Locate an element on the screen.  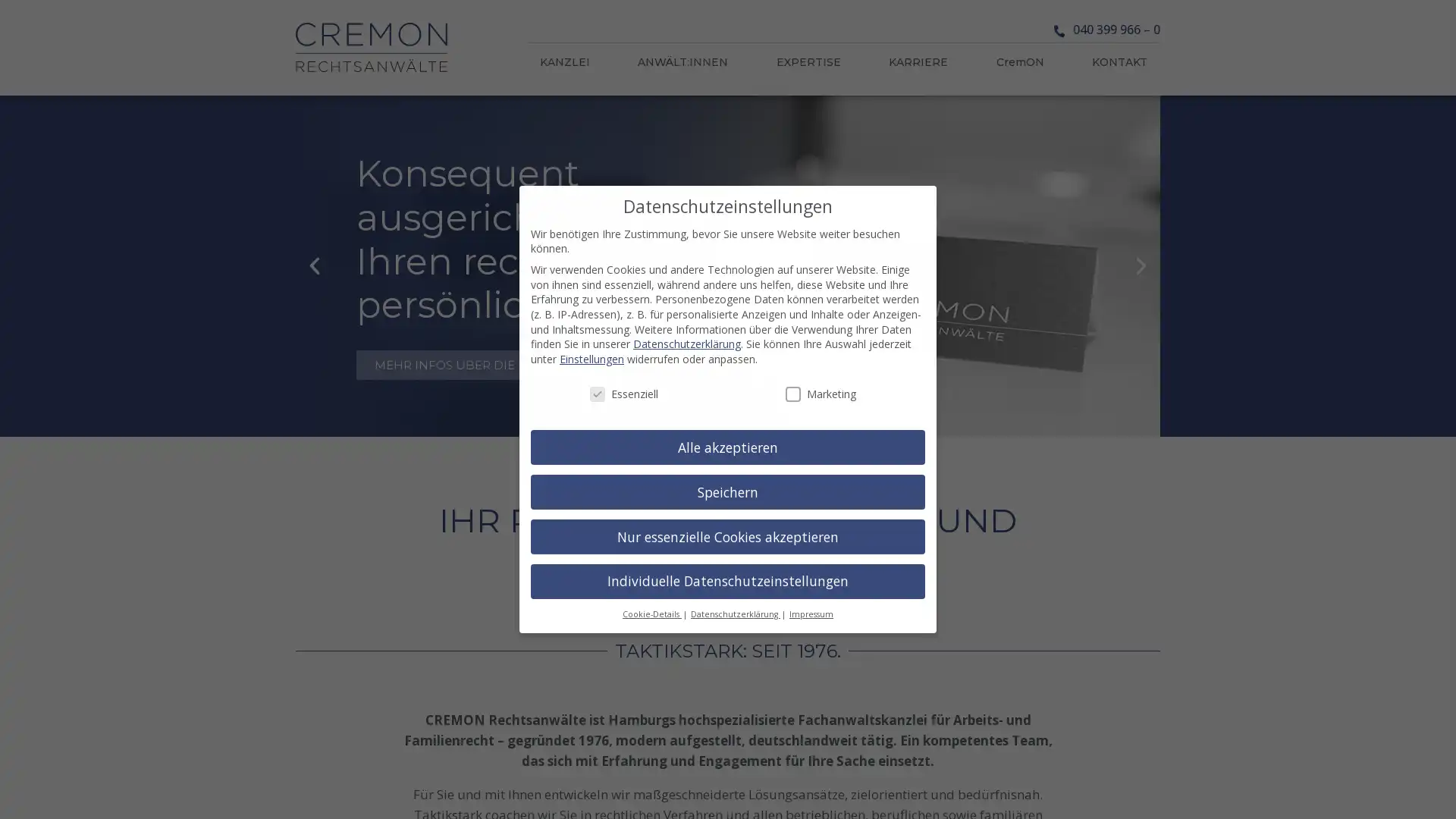
Cookie-Details is located at coordinates (651, 614).